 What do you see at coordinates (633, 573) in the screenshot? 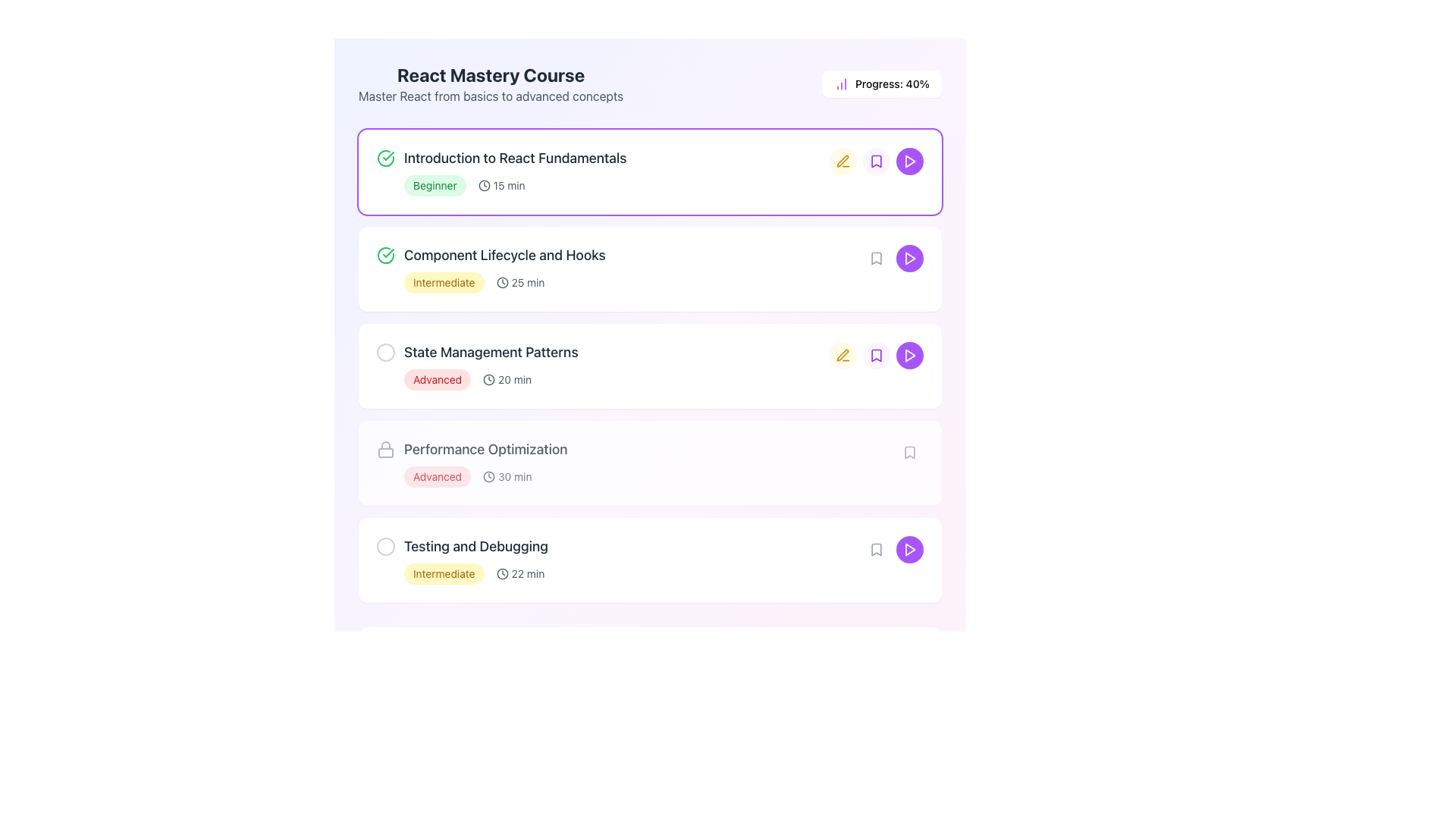
I see `displayed information indicating the difficulty level ('Intermediate') and the estimated time ('22 min') for the 'Testing and Debugging' section, located below the section title` at bounding box center [633, 573].